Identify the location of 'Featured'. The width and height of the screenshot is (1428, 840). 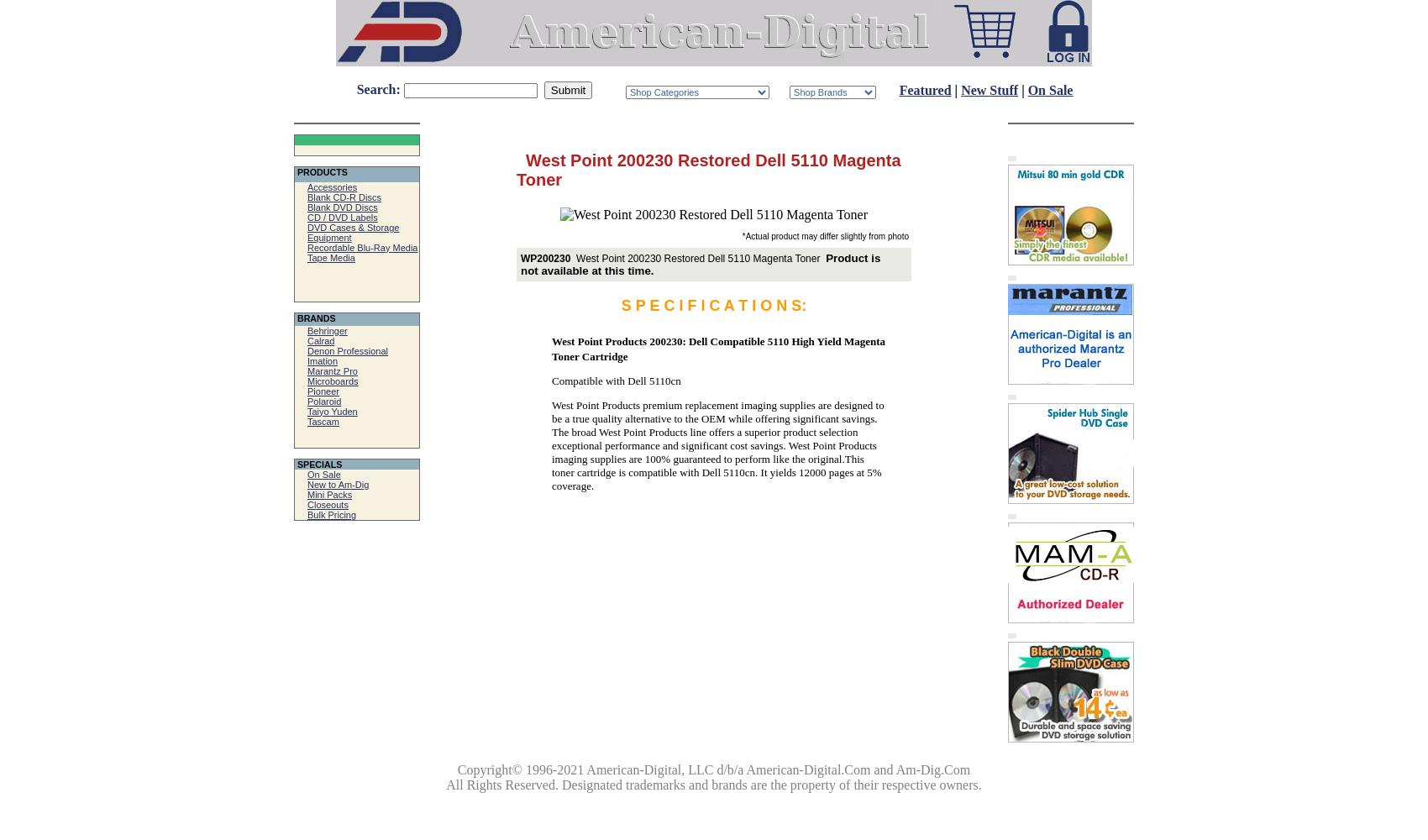
(924, 88).